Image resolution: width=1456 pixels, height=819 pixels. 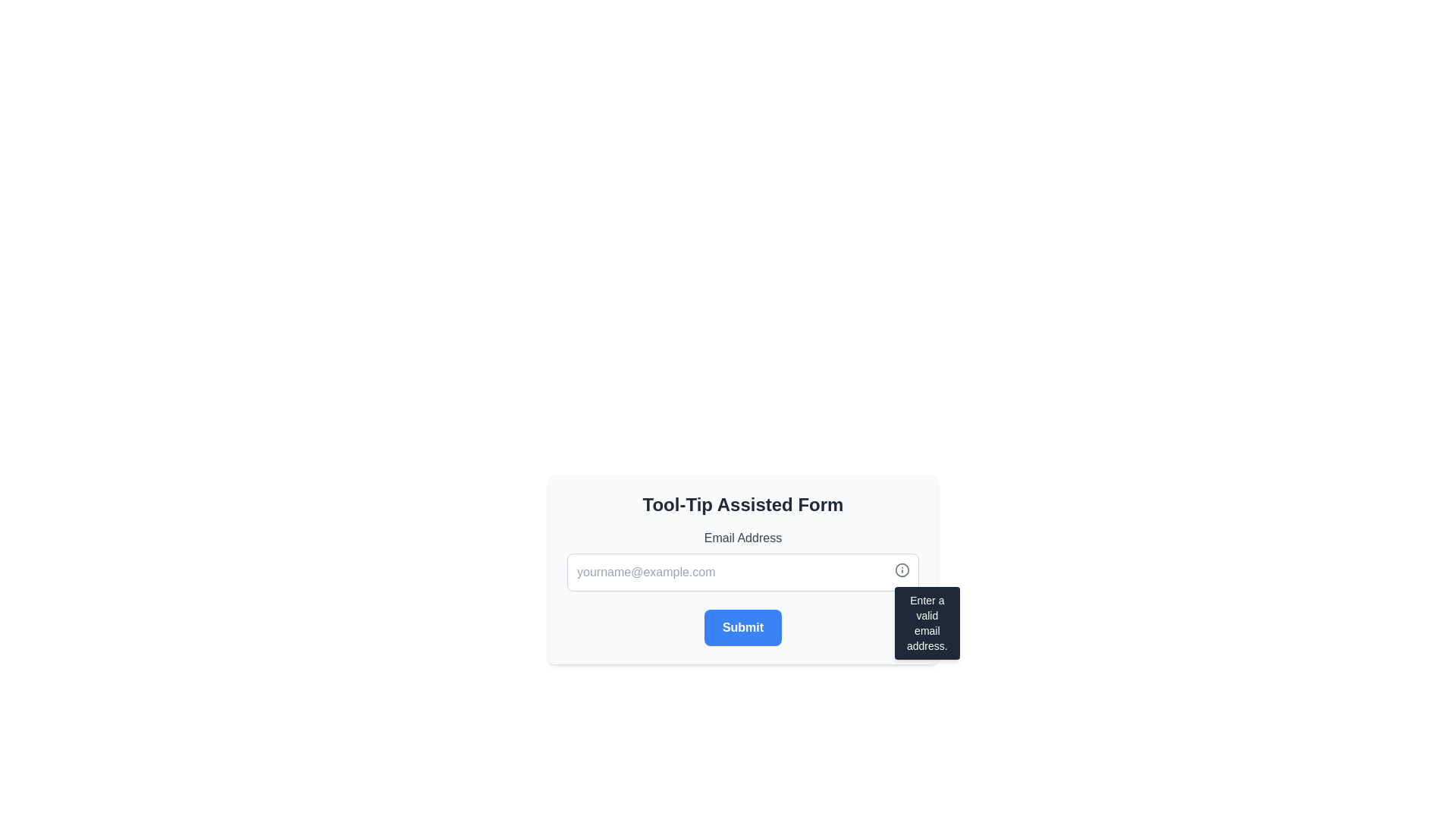 I want to click on the tooltip that provides additional information related to the 'Email Address' input field in the 'Tool-Tip Assisted Form.', so click(x=926, y=623).